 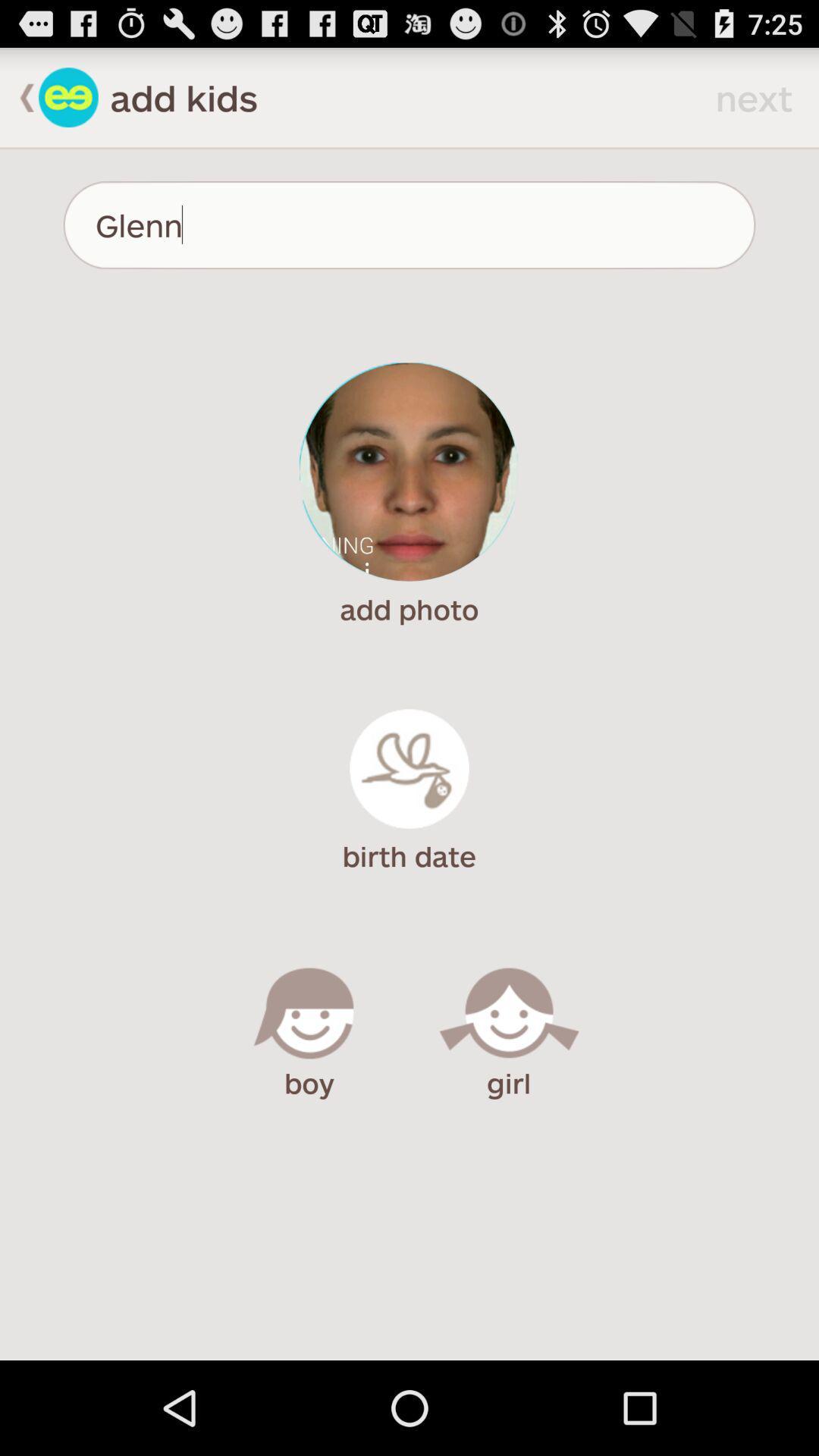 What do you see at coordinates (408, 472) in the screenshot?
I see `image above add photo` at bounding box center [408, 472].